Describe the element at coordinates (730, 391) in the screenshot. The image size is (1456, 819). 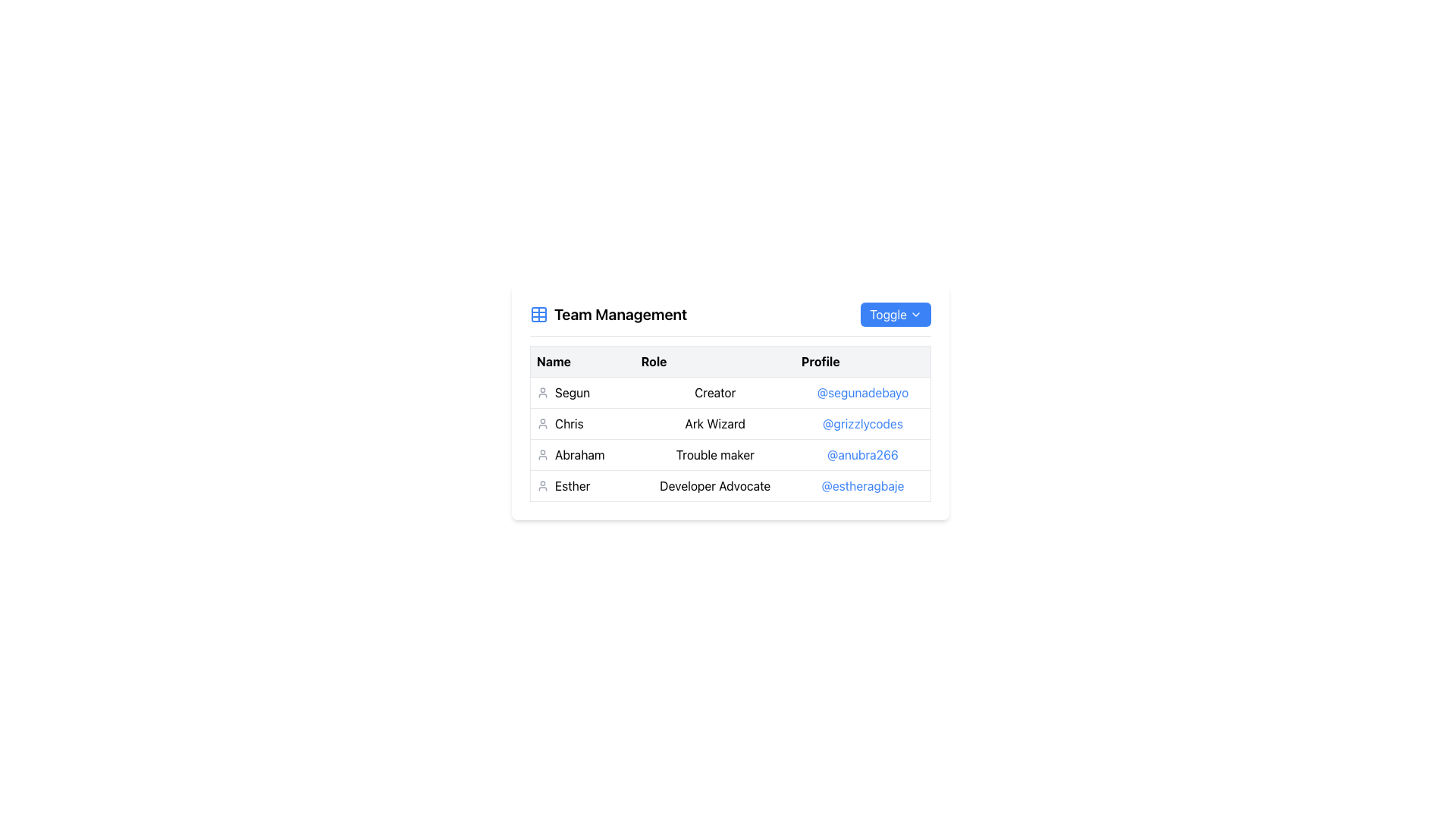
I see `text from the 'Creator' label in the 'Role' column of the second row in the 'Team Management' table, which is positioned between 'Segun' and '@segunadebayo'` at that location.